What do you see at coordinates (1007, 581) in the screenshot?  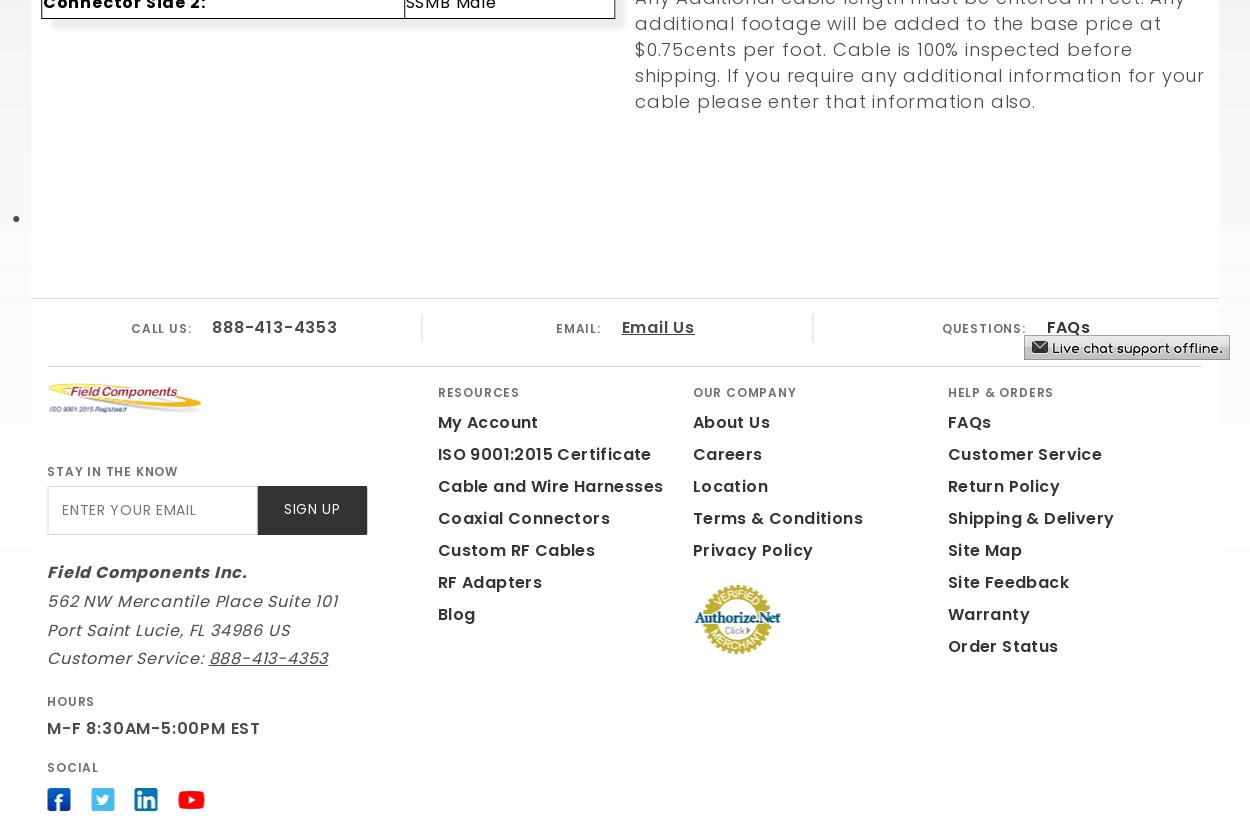 I see `'Site Feedback'` at bounding box center [1007, 581].